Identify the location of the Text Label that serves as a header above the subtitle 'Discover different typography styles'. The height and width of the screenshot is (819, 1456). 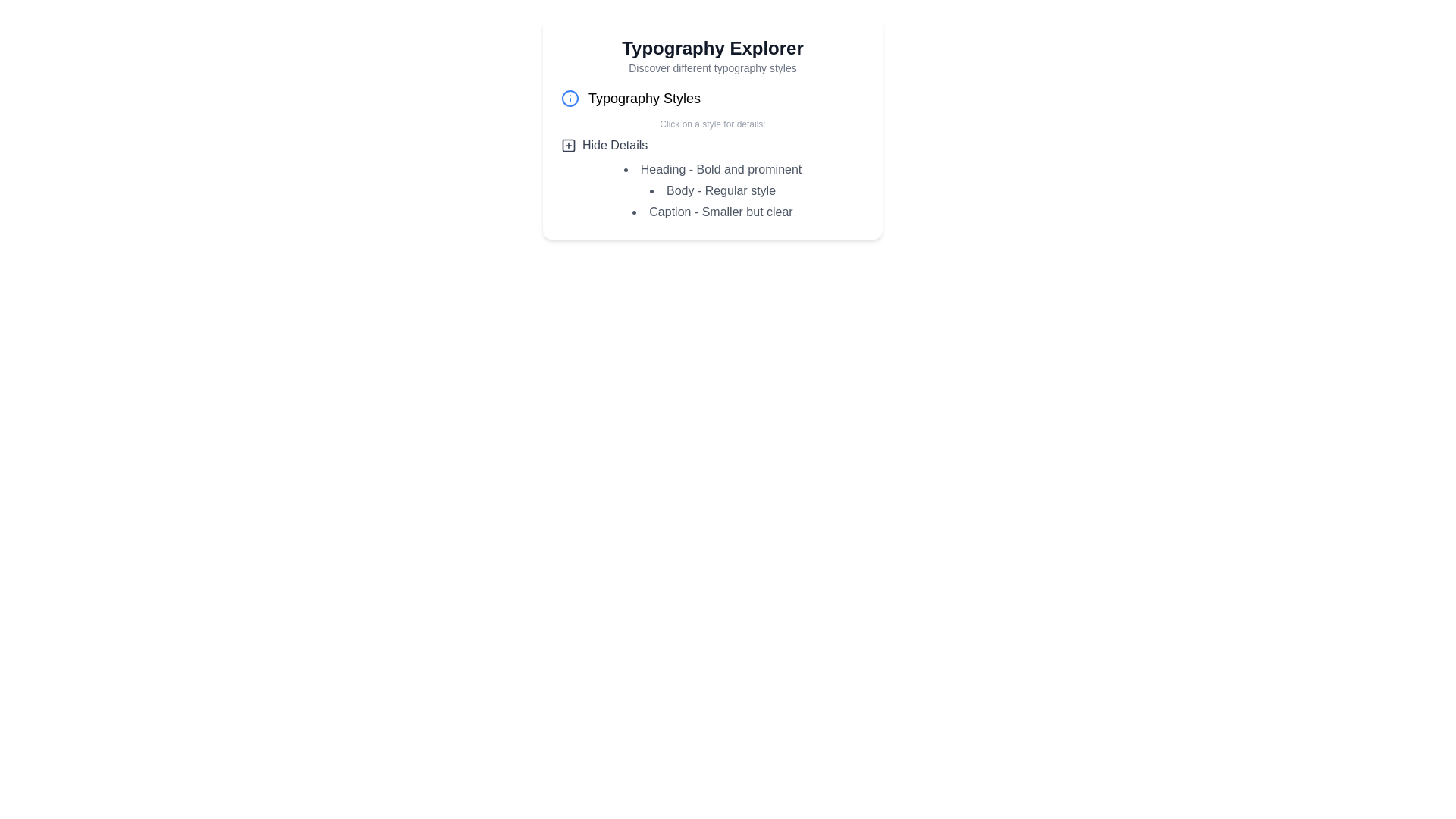
(712, 48).